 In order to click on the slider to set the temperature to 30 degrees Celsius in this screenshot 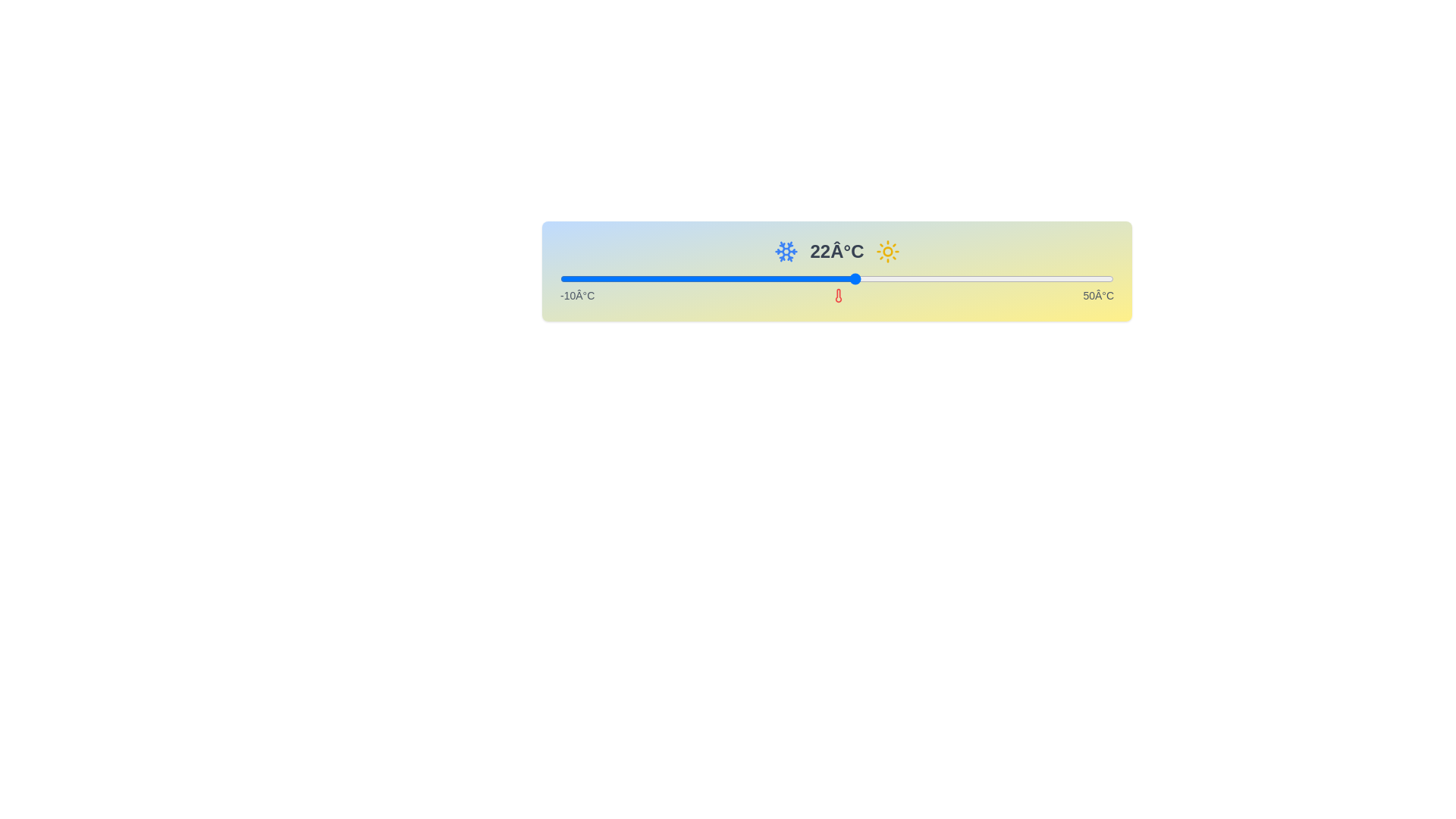, I will do `click(928, 278)`.